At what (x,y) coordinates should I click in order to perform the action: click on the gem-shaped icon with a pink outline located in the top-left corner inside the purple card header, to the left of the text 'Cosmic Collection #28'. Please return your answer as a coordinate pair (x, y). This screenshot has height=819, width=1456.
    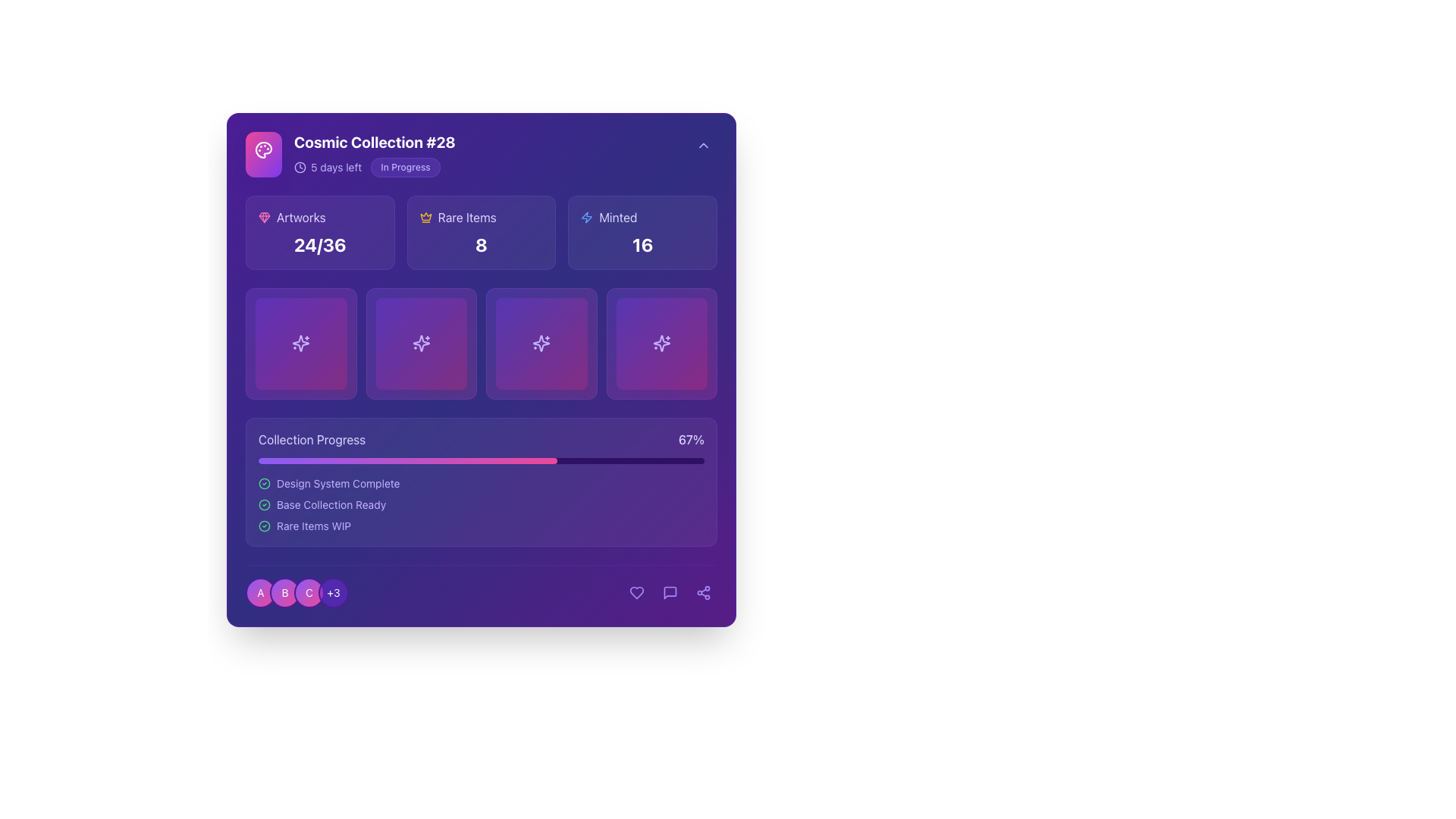
    Looking at the image, I should click on (265, 217).